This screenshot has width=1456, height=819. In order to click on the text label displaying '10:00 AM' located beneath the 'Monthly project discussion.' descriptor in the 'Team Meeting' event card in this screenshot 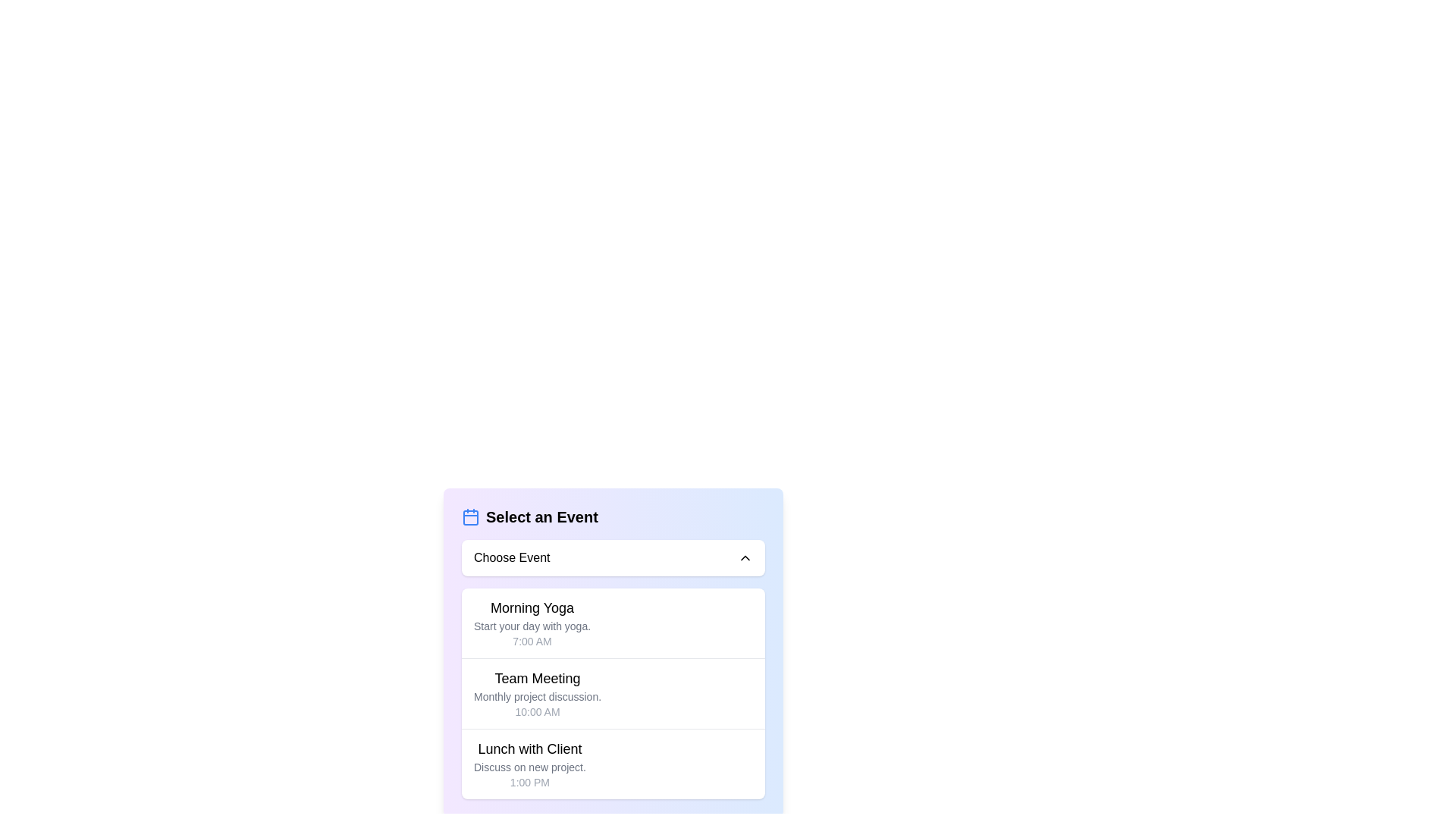, I will do `click(538, 711)`.